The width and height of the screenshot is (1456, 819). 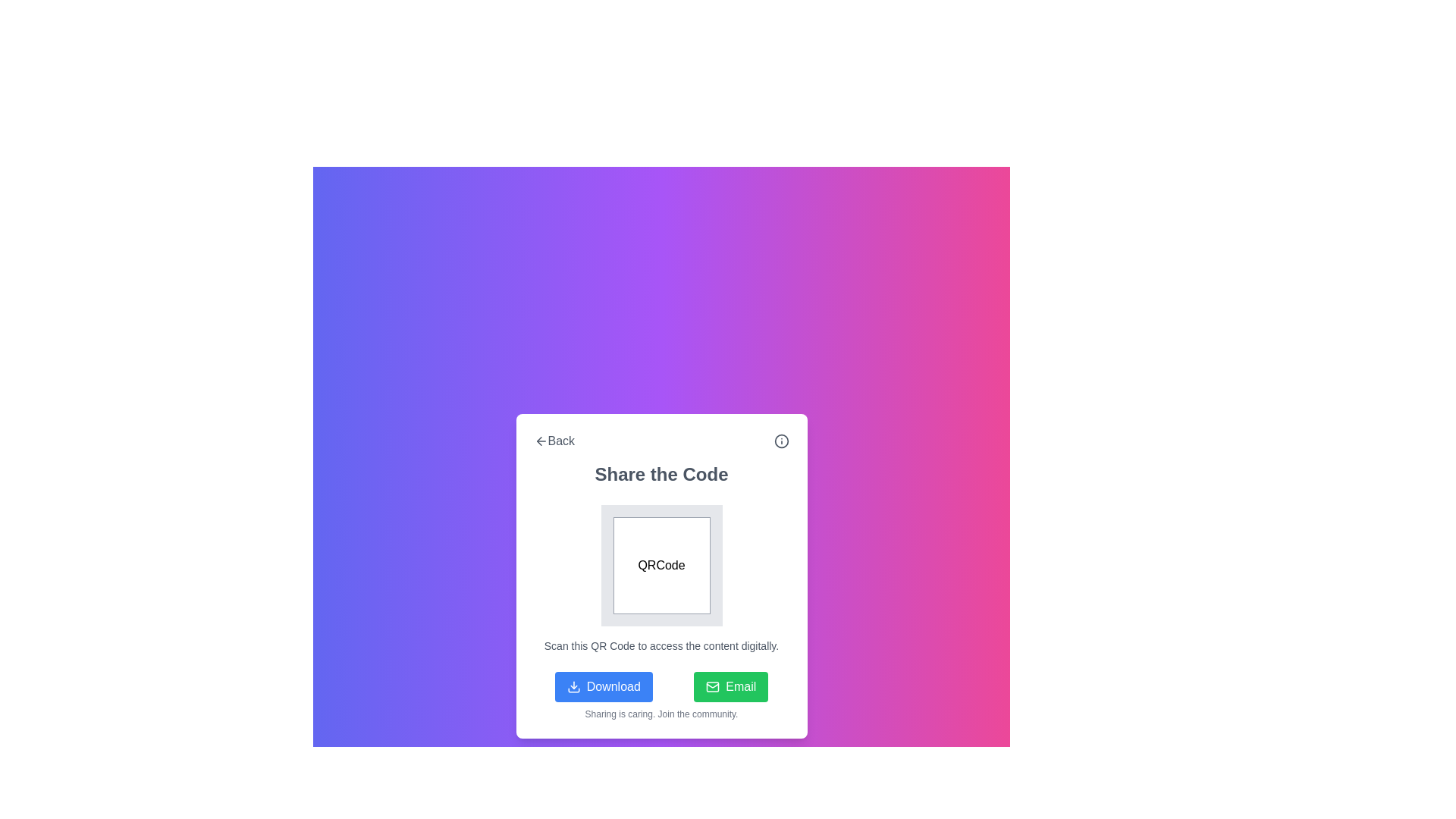 I want to click on the informational help icon located at the top-right corner of the header section, to the right of the 'Back' button, so click(x=781, y=441).